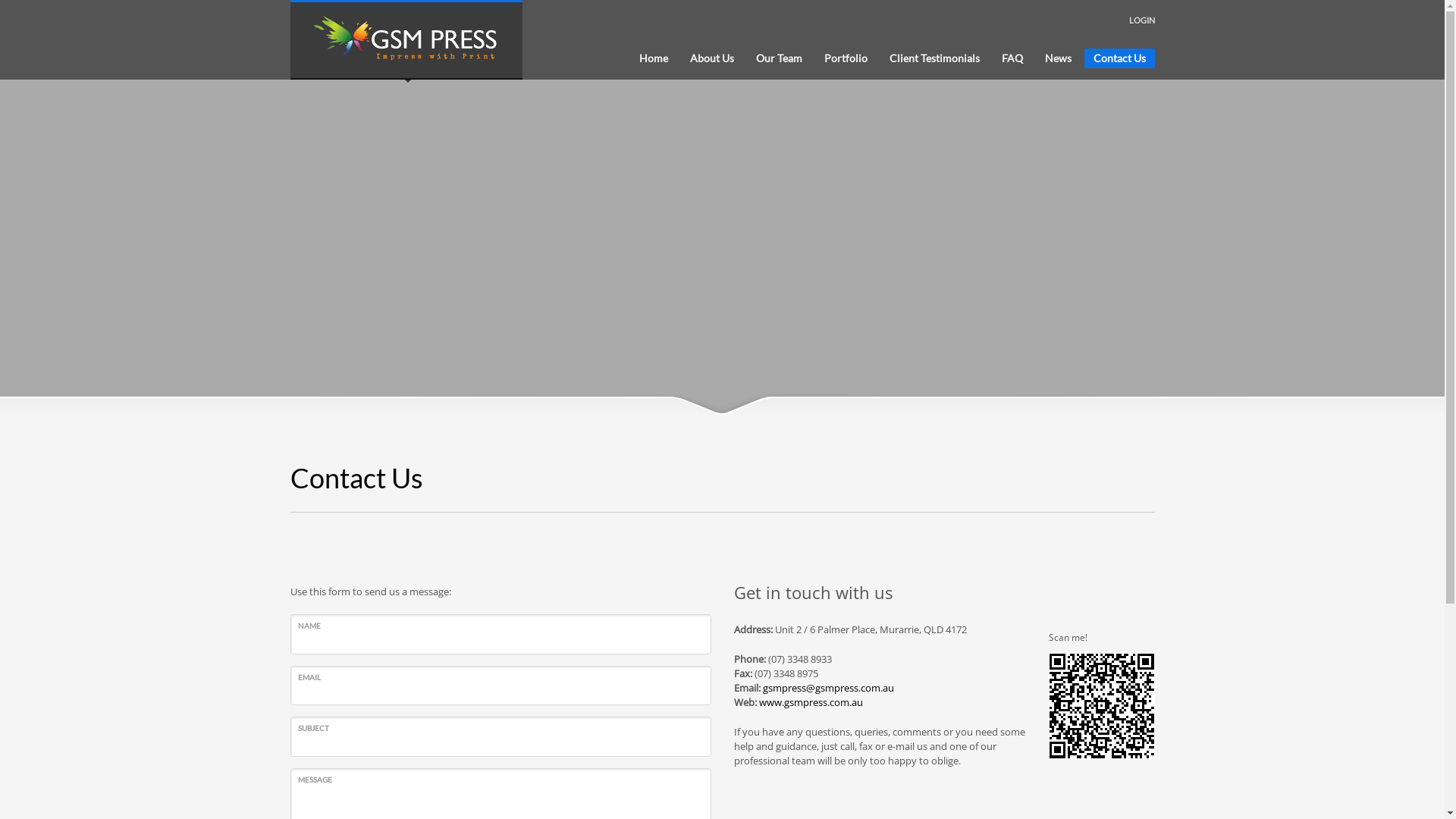 The width and height of the screenshot is (1456, 819). What do you see at coordinates (933, 58) in the screenshot?
I see `'Client Testimonials'` at bounding box center [933, 58].